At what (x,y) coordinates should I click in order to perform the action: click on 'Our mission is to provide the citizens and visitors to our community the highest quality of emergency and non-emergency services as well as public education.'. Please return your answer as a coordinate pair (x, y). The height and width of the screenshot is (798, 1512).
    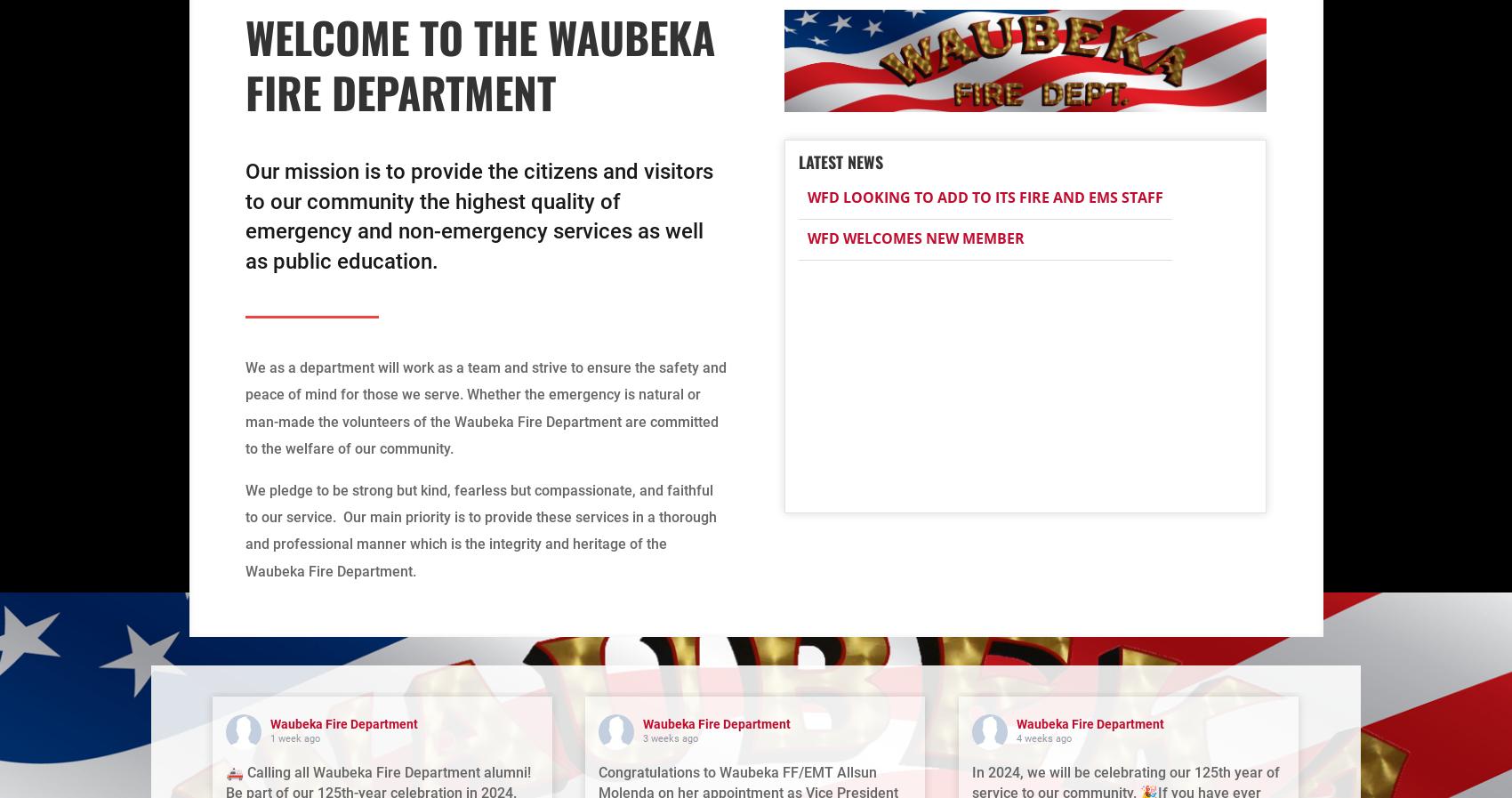
    Looking at the image, I should click on (479, 214).